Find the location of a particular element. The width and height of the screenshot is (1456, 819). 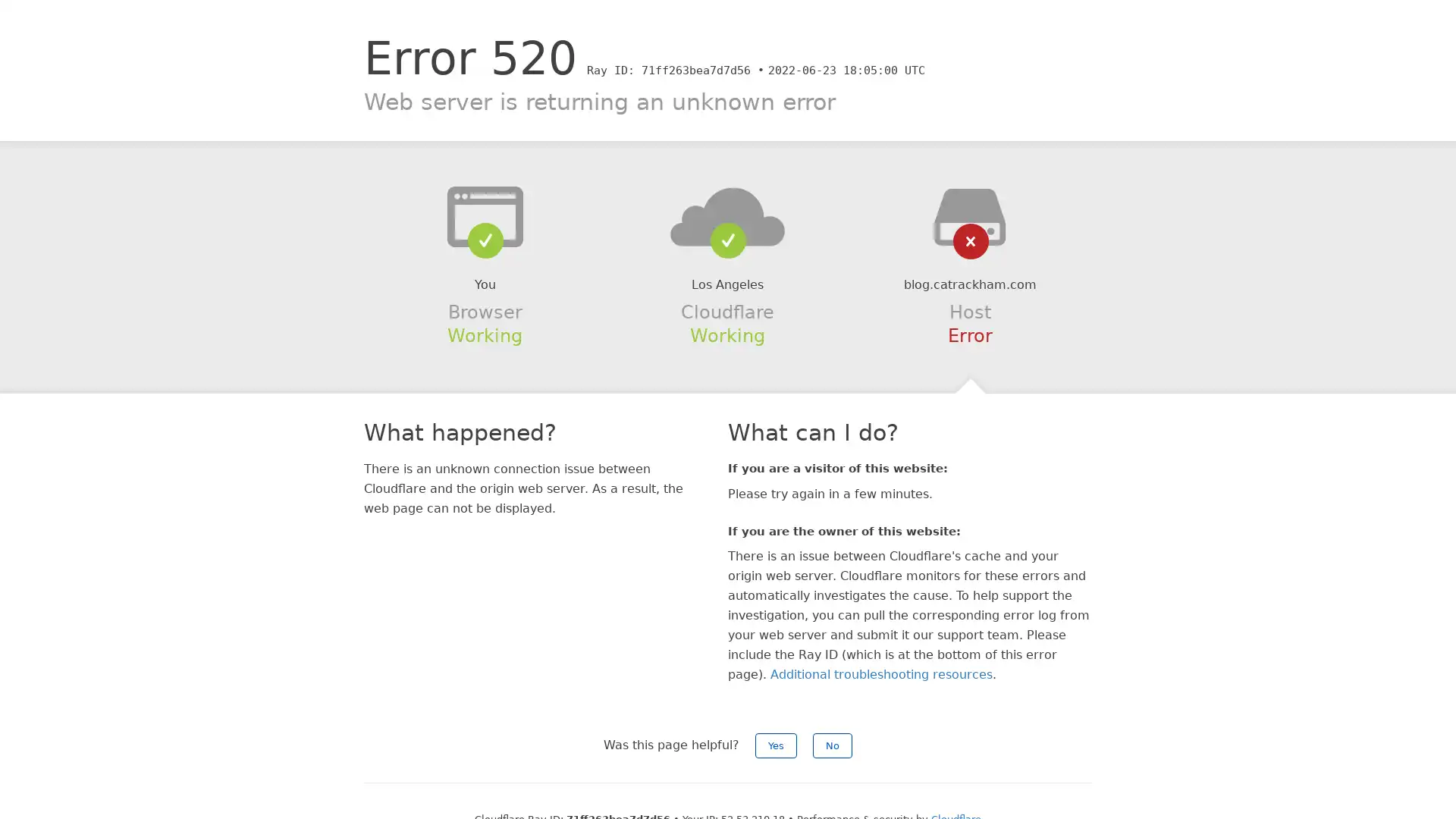

Yes is located at coordinates (776, 745).